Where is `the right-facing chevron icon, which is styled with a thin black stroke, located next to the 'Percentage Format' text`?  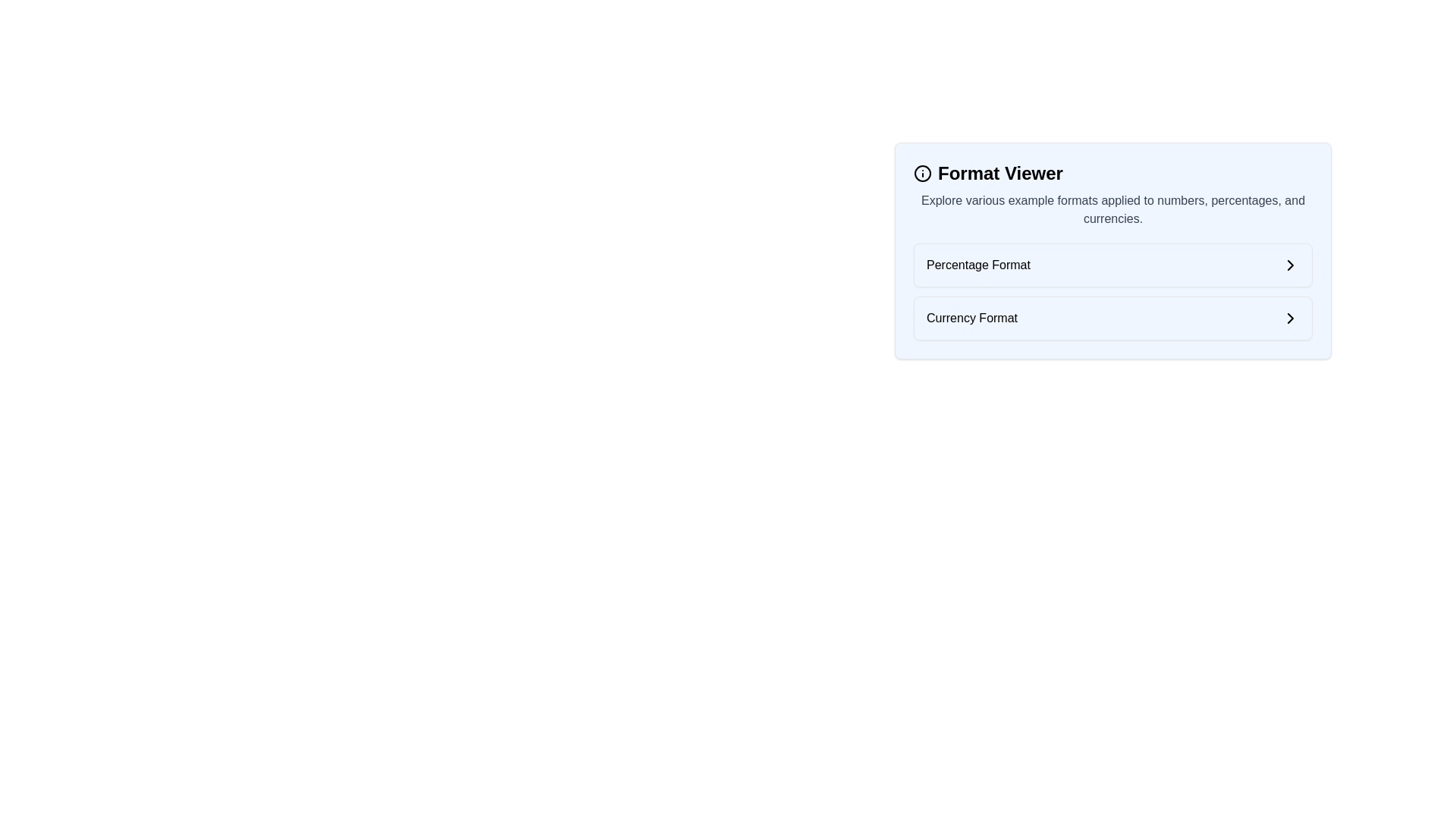
the right-facing chevron icon, which is styled with a thin black stroke, located next to the 'Percentage Format' text is located at coordinates (1290, 265).